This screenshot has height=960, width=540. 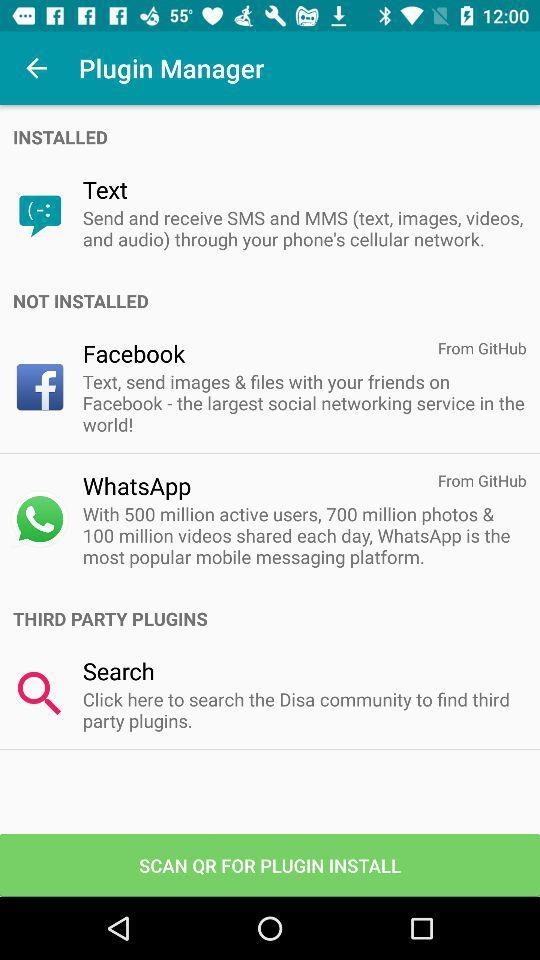 What do you see at coordinates (303, 710) in the screenshot?
I see `item above scan qr for item` at bounding box center [303, 710].